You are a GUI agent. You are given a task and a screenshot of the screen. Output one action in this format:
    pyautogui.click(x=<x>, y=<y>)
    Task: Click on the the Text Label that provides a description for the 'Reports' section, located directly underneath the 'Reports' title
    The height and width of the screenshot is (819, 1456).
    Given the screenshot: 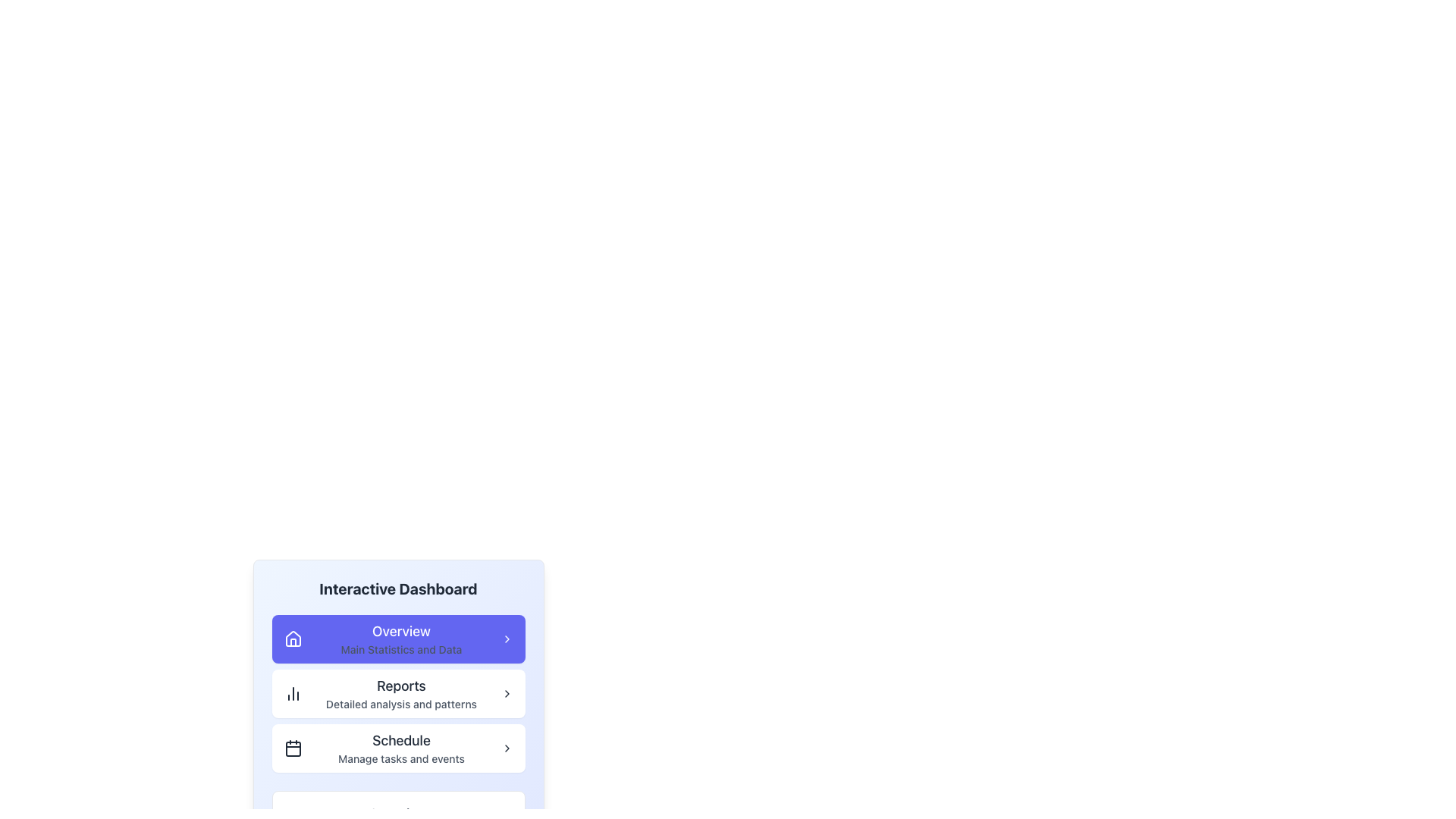 What is the action you would take?
    pyautogui.click(x=401, y=704)
    